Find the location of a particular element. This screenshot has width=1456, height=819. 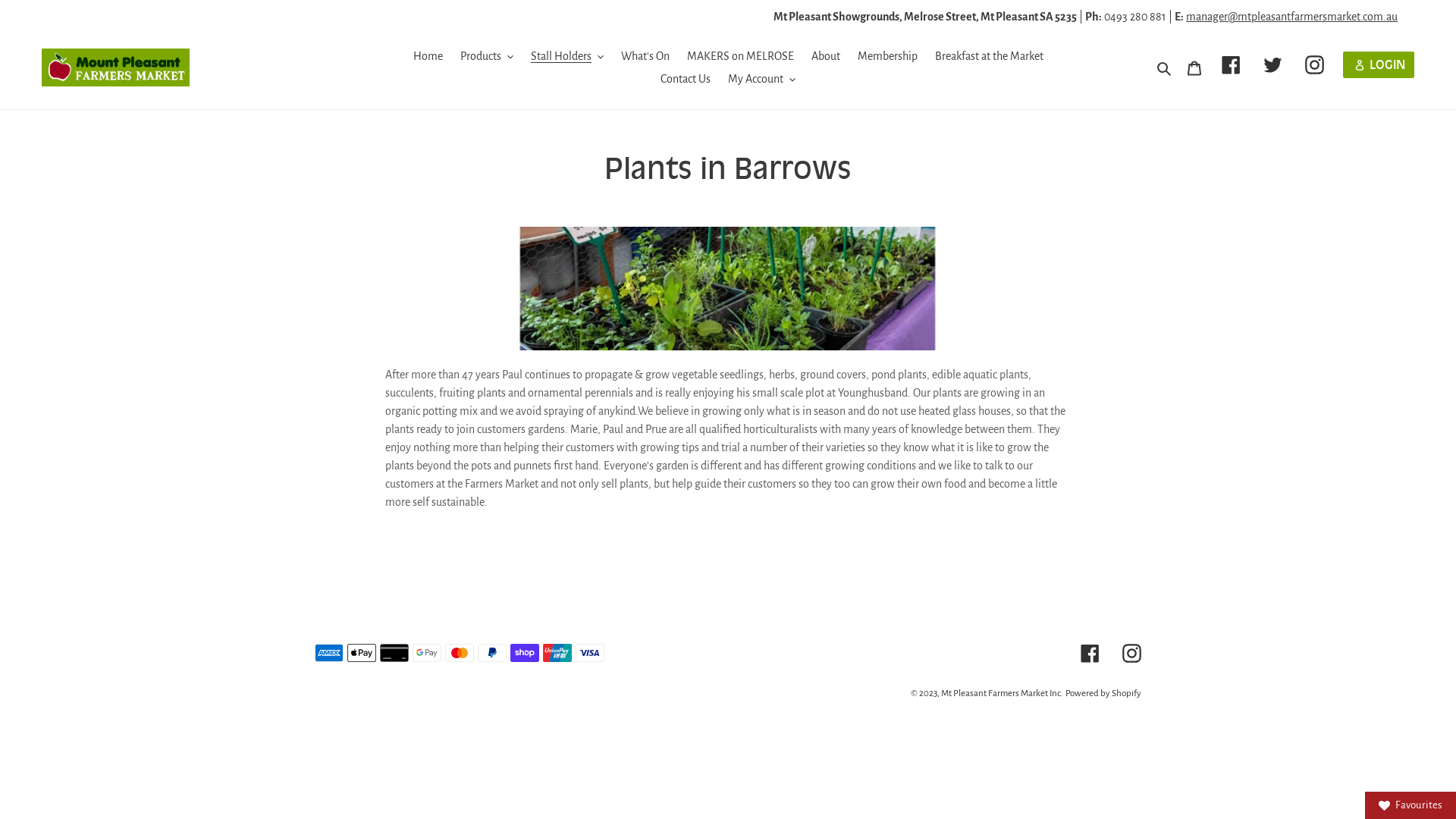

'Search' is located at coordinates (1164, 66).